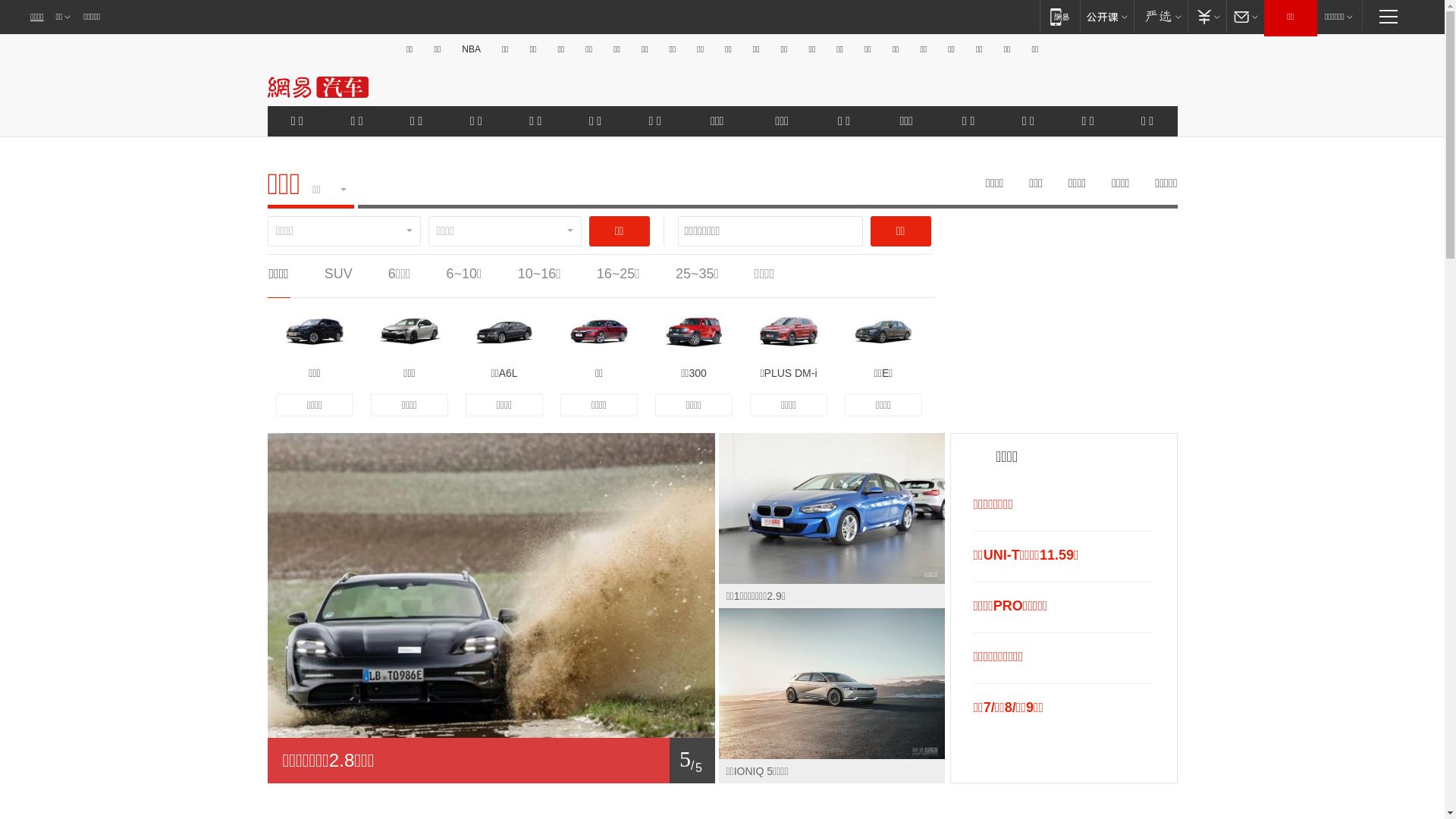 This screenshot has width=1456, height=819. Describe the element at coordinates (457, 49) in the screenshot. I see `'NBA'` at that location.